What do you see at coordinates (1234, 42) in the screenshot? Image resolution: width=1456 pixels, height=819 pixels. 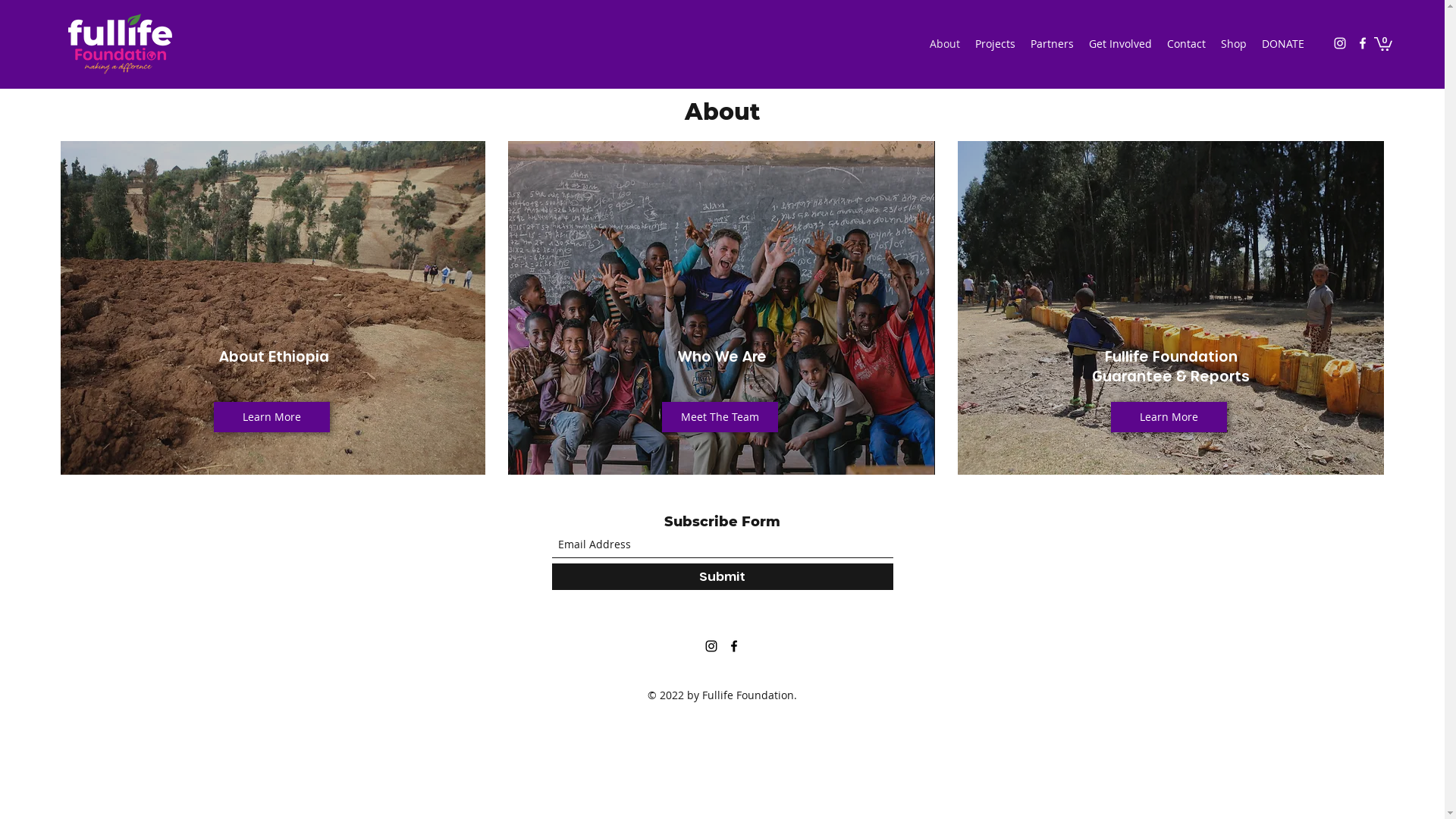 I see `'Shop'` at bounding box center [1234, 42].